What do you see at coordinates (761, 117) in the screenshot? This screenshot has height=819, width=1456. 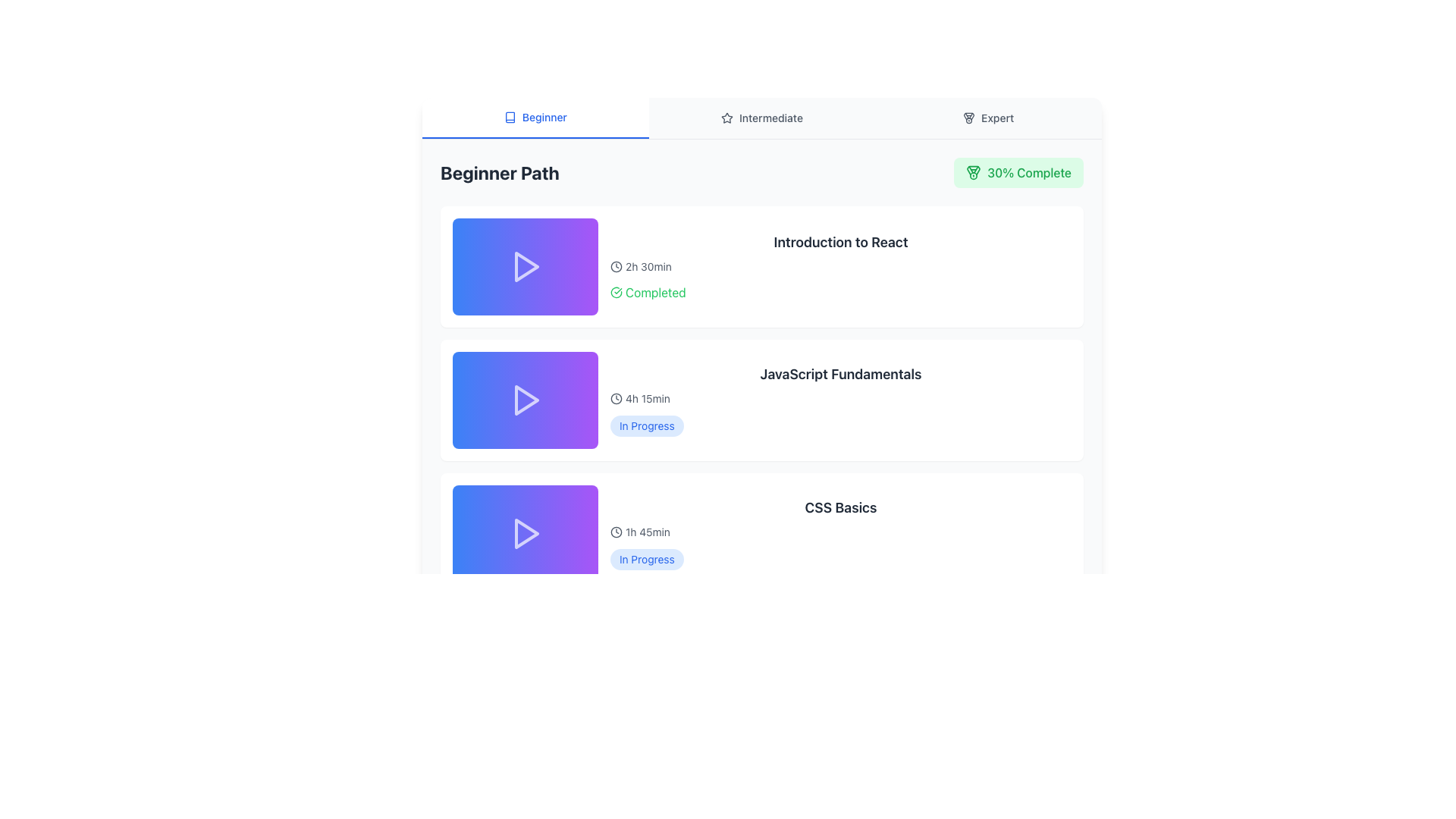 I see `the Text label with an accompanying icon located in the top-center of the navigation bar, positioned between 'Beginner' and 'Expert'` at bounding box center [761, 117].